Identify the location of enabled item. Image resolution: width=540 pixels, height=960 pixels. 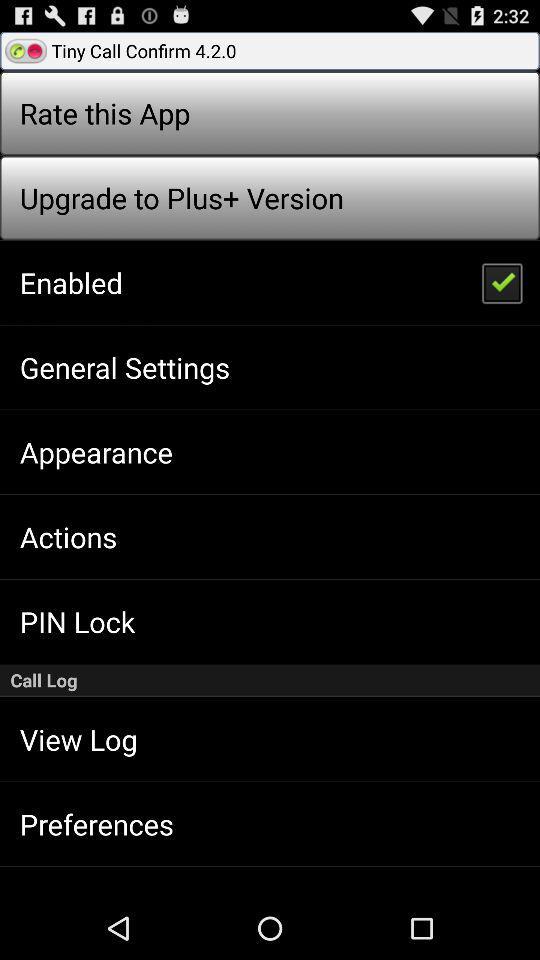
(70, 281).